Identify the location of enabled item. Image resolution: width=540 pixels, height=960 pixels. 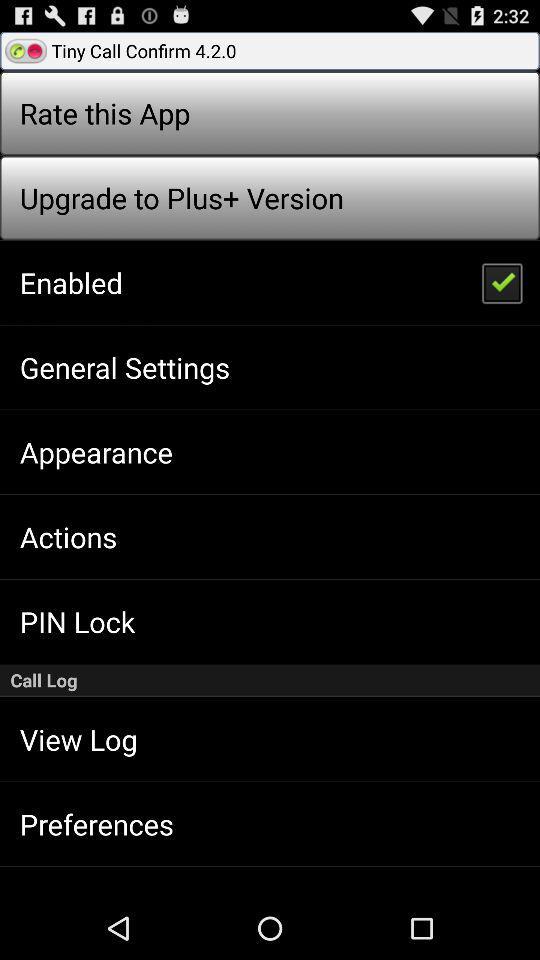
(70, 281).